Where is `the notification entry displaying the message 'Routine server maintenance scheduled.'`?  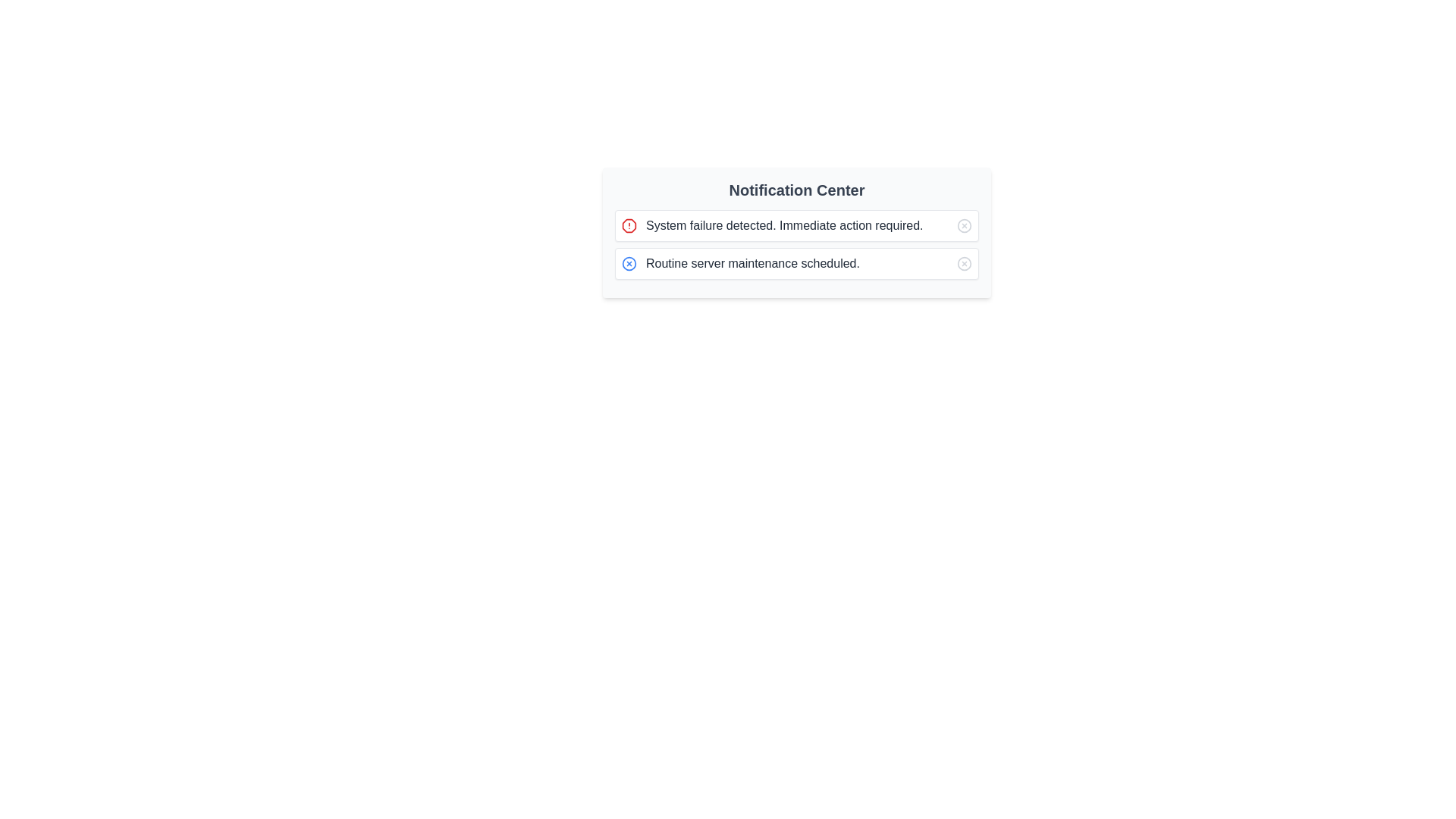 the notification entry displaying the message 'Routine server maintenance scheduled.' is located at coordinates (740, 262).